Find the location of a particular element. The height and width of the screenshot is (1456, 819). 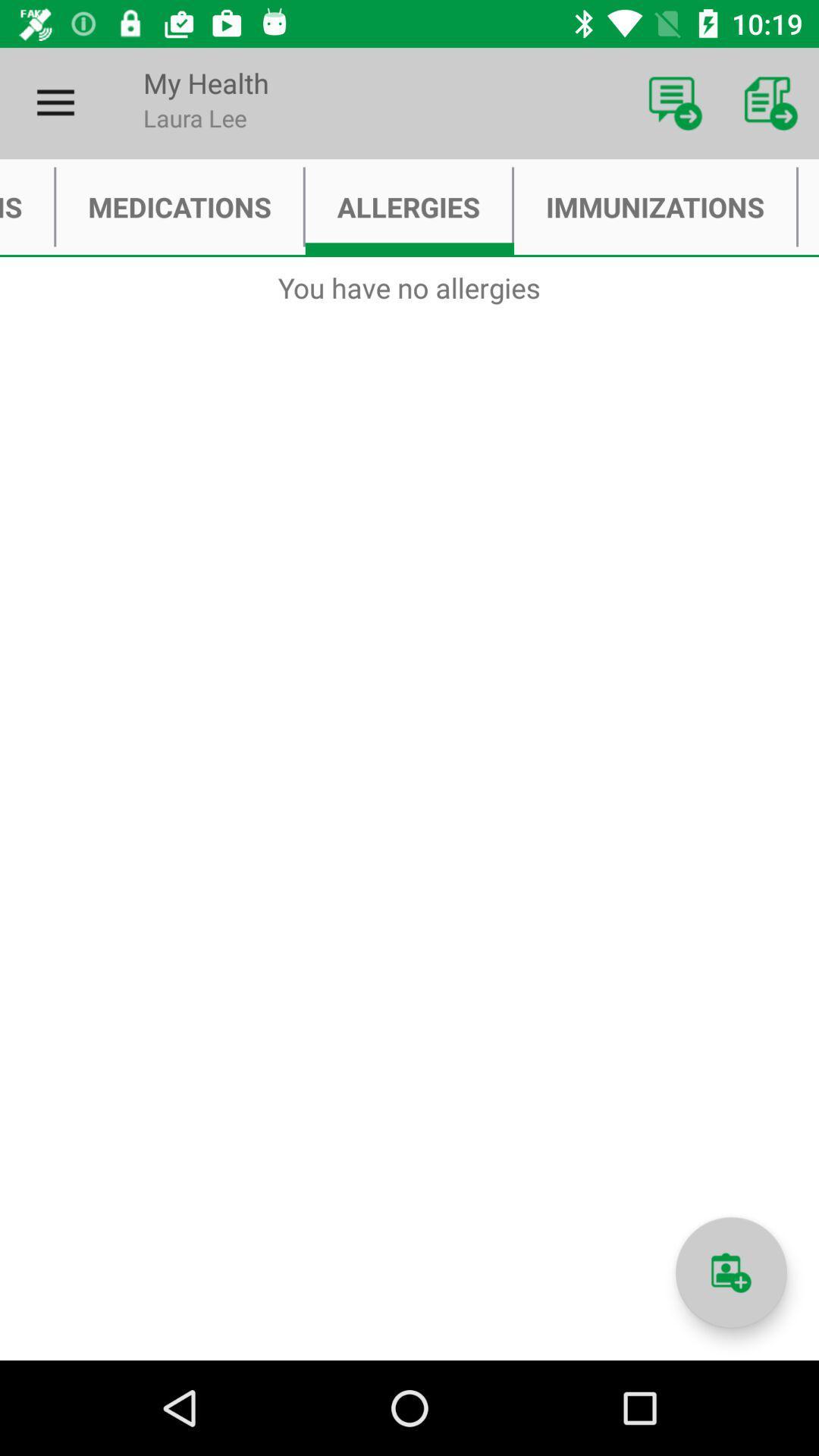

item to the left of the my health icon is located at coordinates (55, 102).